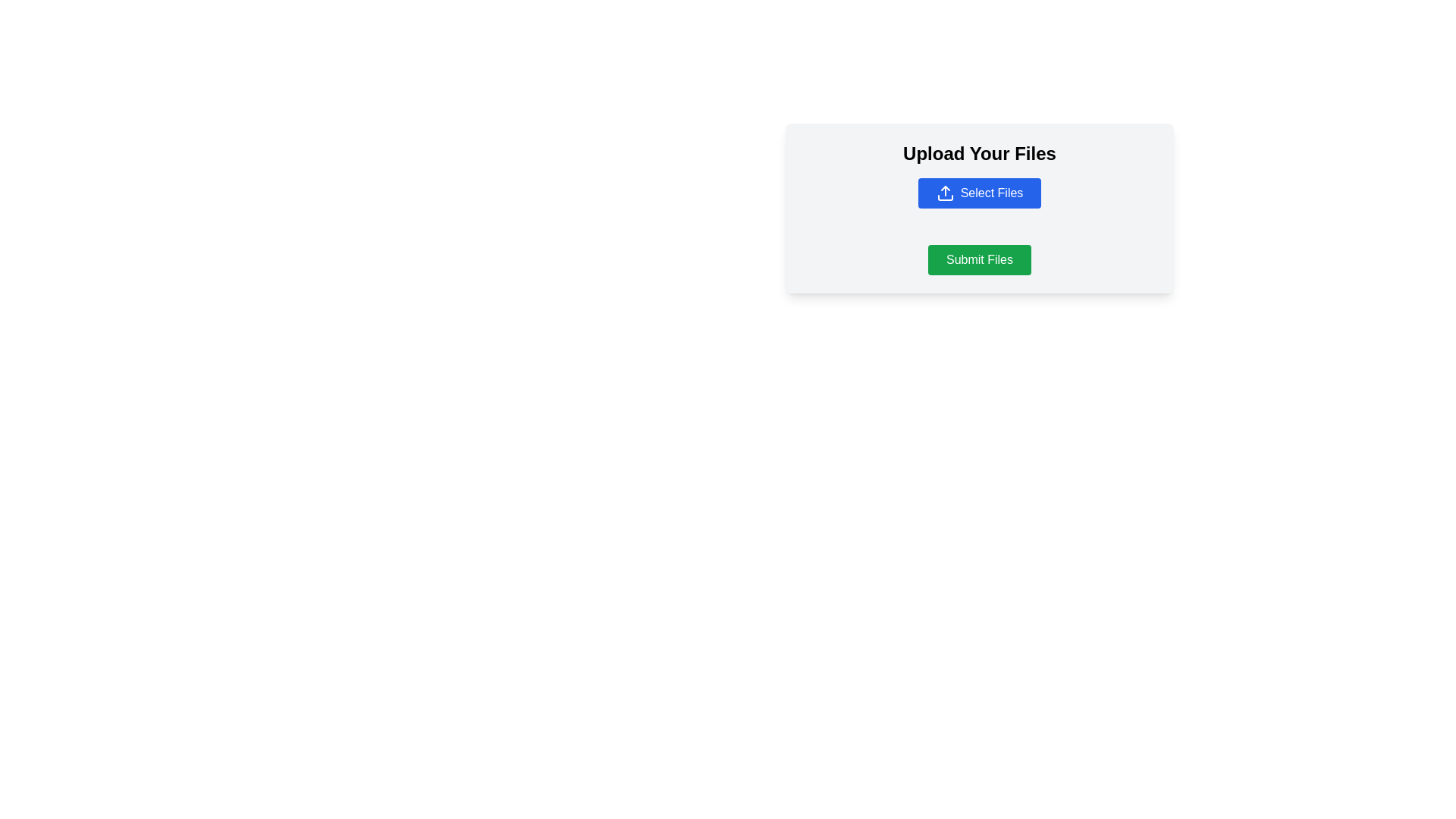  Describe the element at coordinates (979, 259) in the screenshot. I see `the green 'Submit Files' button` at that location.